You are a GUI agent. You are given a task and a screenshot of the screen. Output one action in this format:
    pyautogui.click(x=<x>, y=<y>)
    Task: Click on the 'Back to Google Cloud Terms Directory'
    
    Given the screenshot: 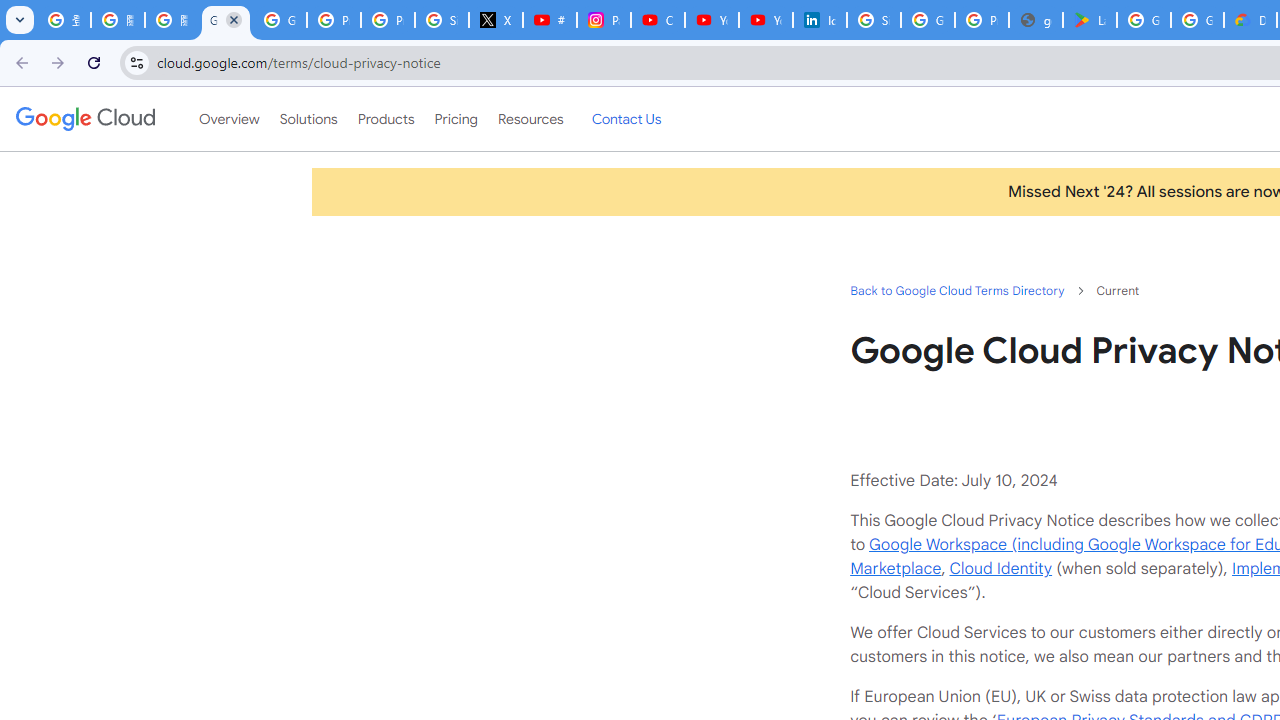 What is the action you would take?
    pyautogui.click(x=956, y=290)
    